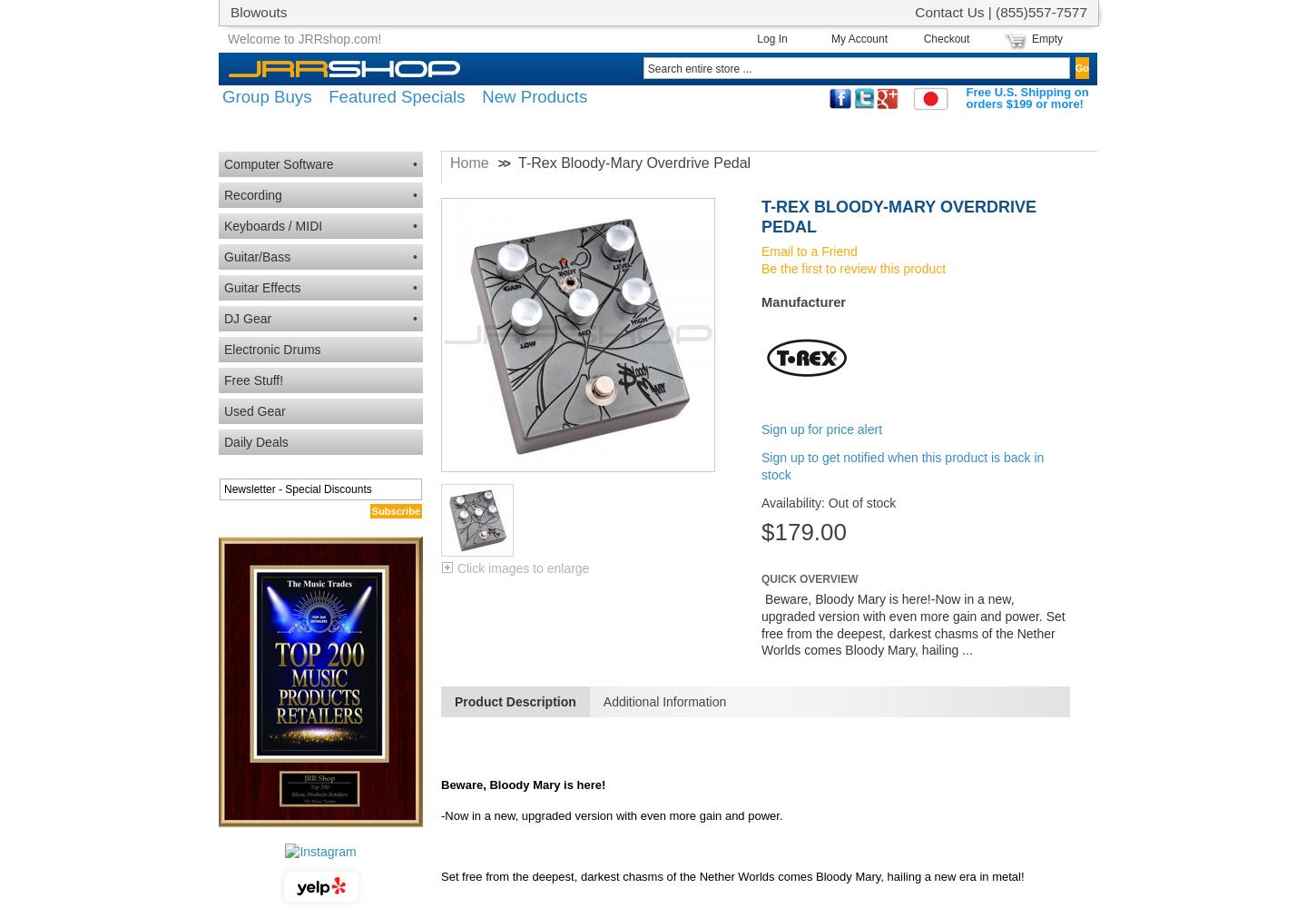 Image resolution: width=1316 pixels, height=908 pixels. Describe the element at coordinates (223, 194) in the screenshot. I see `'Recording'` at that location.